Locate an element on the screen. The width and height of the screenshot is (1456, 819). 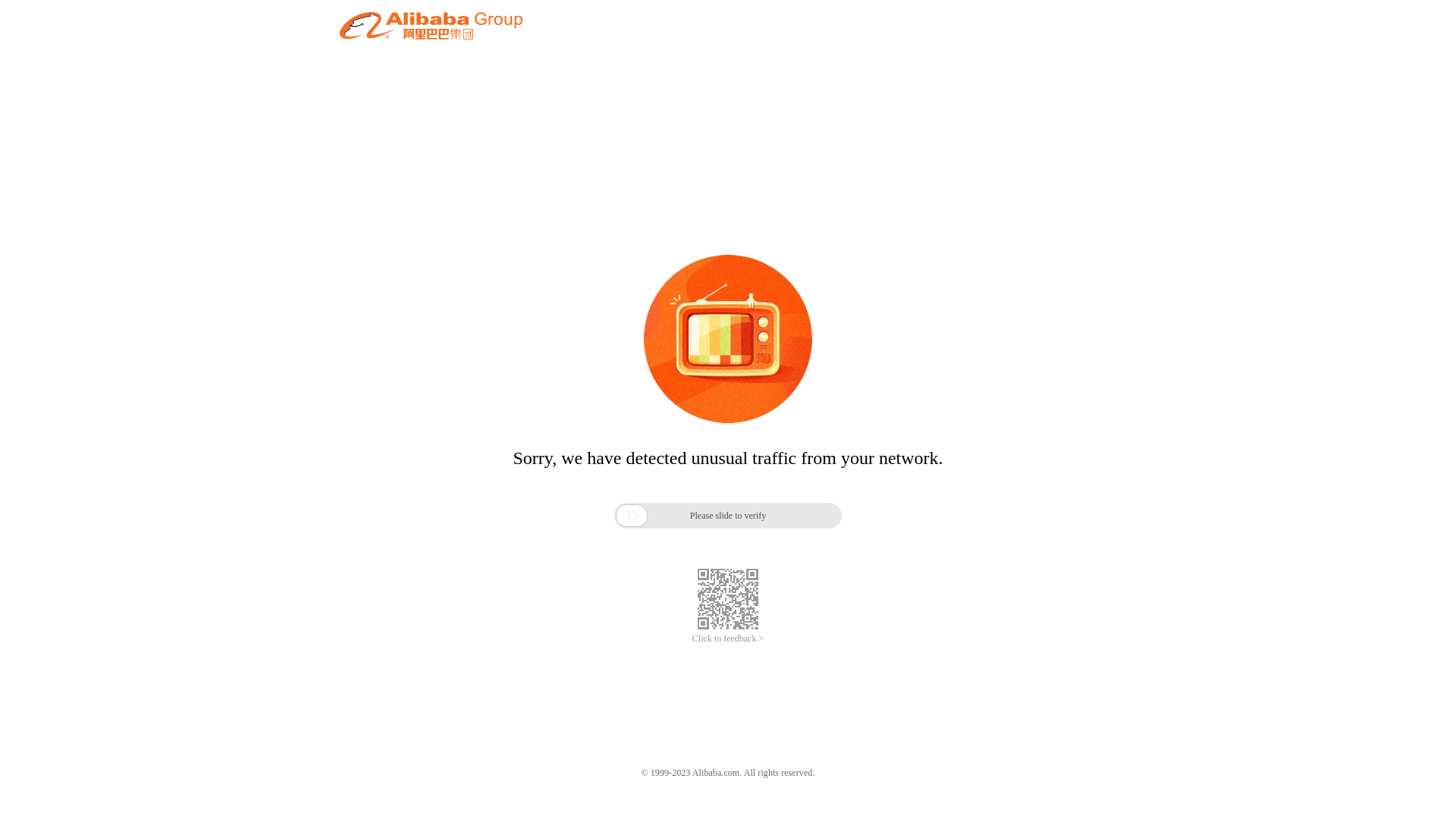
'Click to feedback >' is located at coordinates (691, 639).